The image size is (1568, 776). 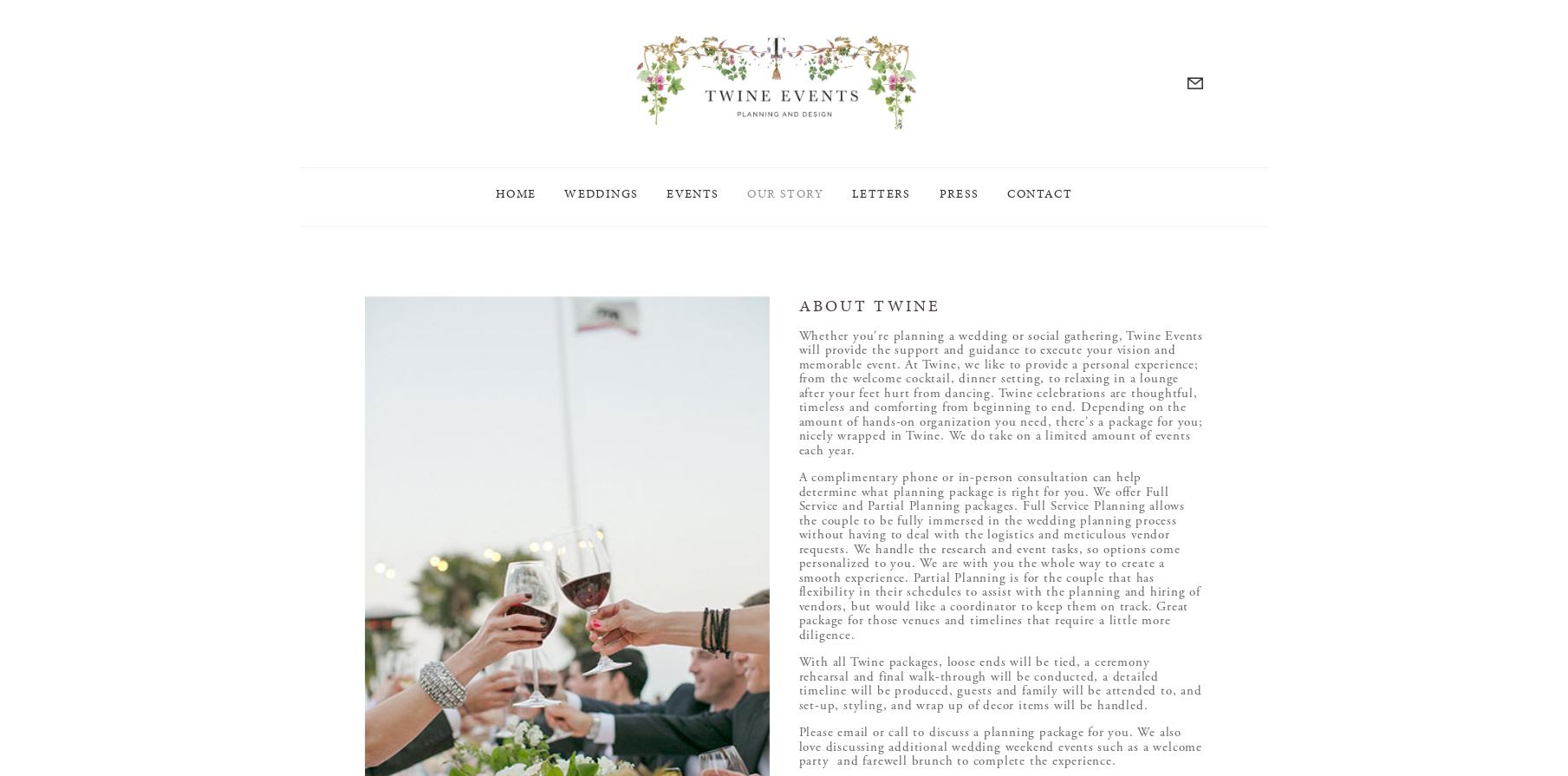 I want to click on 'About twine', so click(x=869, y=305).